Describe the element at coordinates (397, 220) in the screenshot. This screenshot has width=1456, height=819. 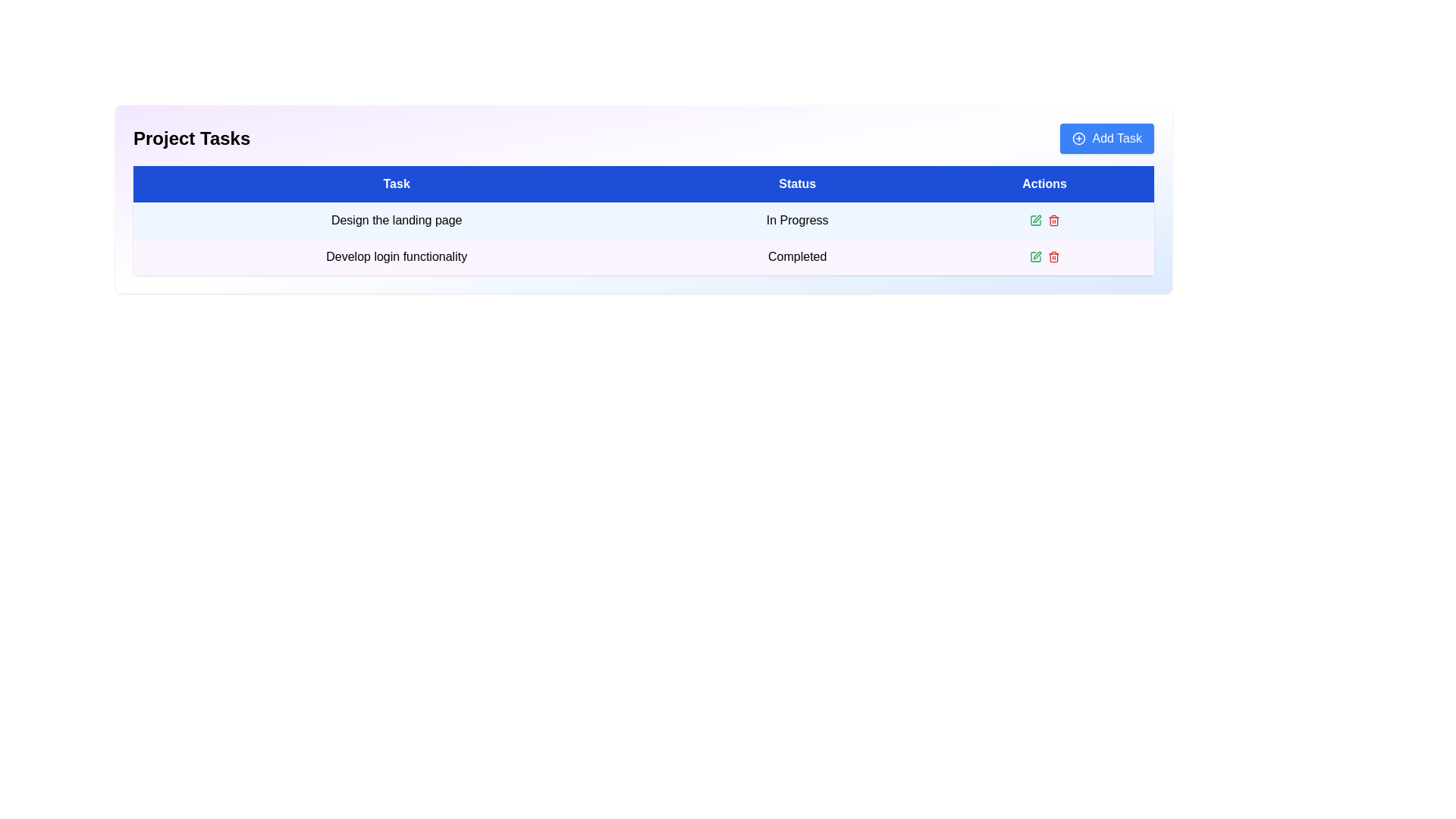
I see `the text label representing the task title in the first cell of the first row under the 'Task' column in the 'Project Tasks' table` at that location.